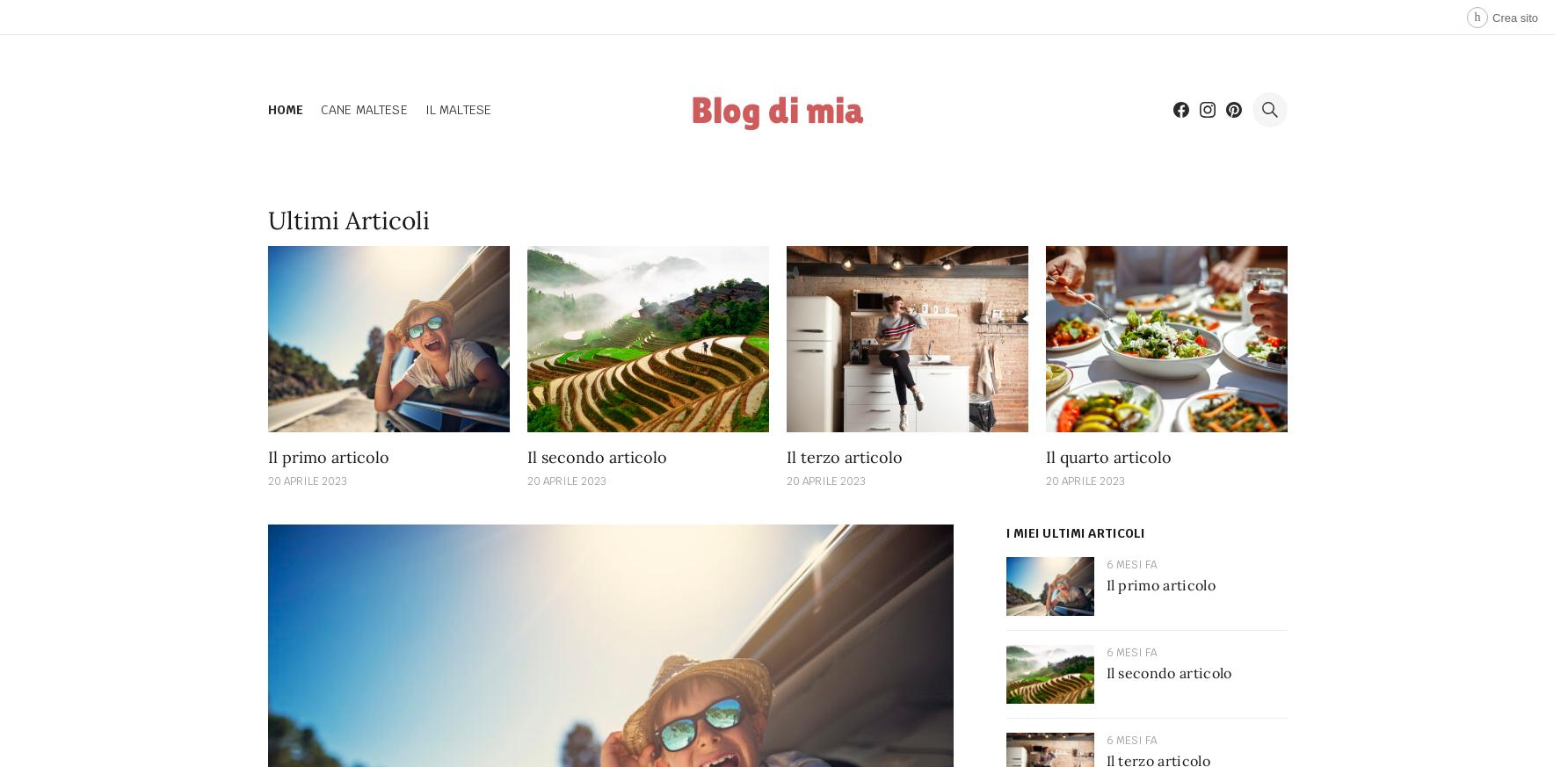 Image resolution: width=1568 pixels, height=767 pixels. What do you see at coordinates (457, 108) in the screenshot?
I see `'il maltese'` at bounding box center [457, 108].